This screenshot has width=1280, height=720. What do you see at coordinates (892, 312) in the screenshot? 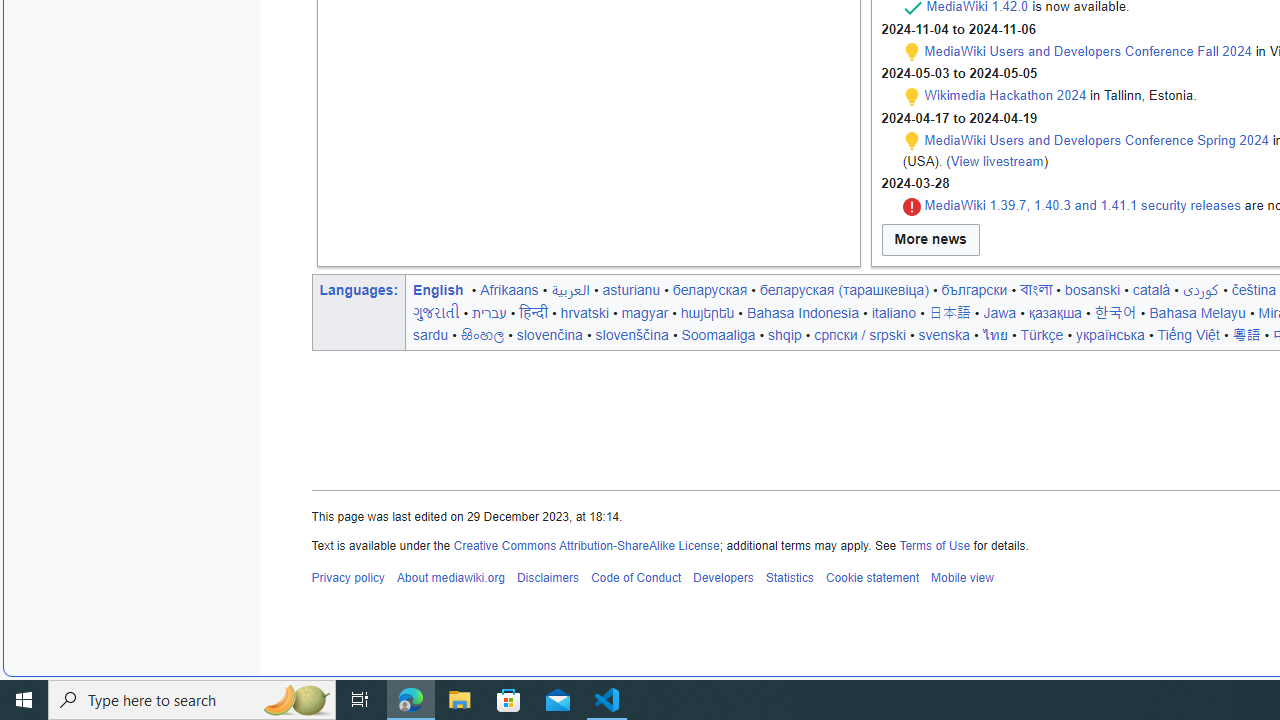
I see `'italiano'` at bounding box center [892, 312].